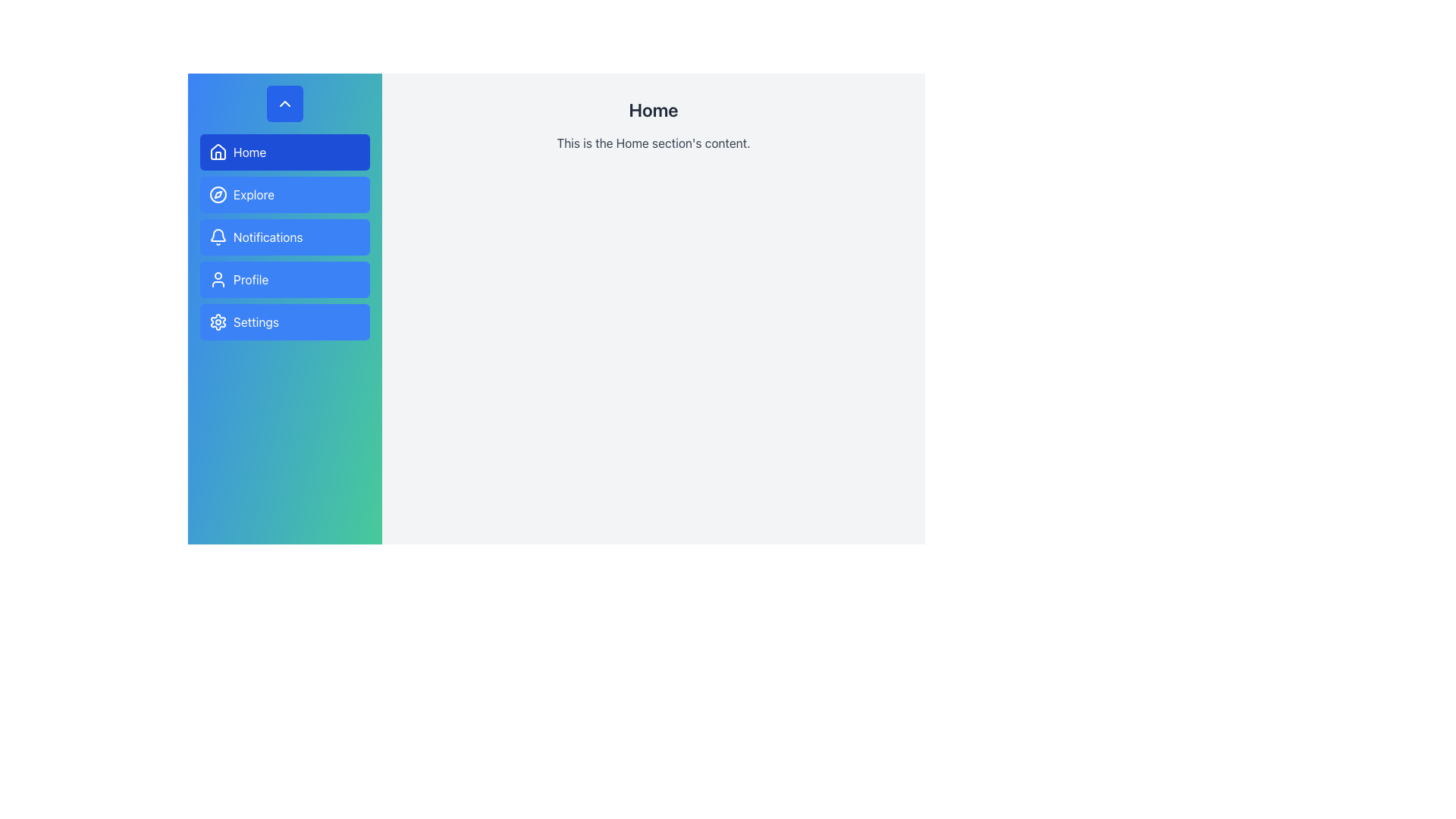  What do you see at coordinates (218, 237) in the screenshot?
I see `the bell icon within the 'Notifications' button located on the left side of the button` at bounding box center [218, 237].